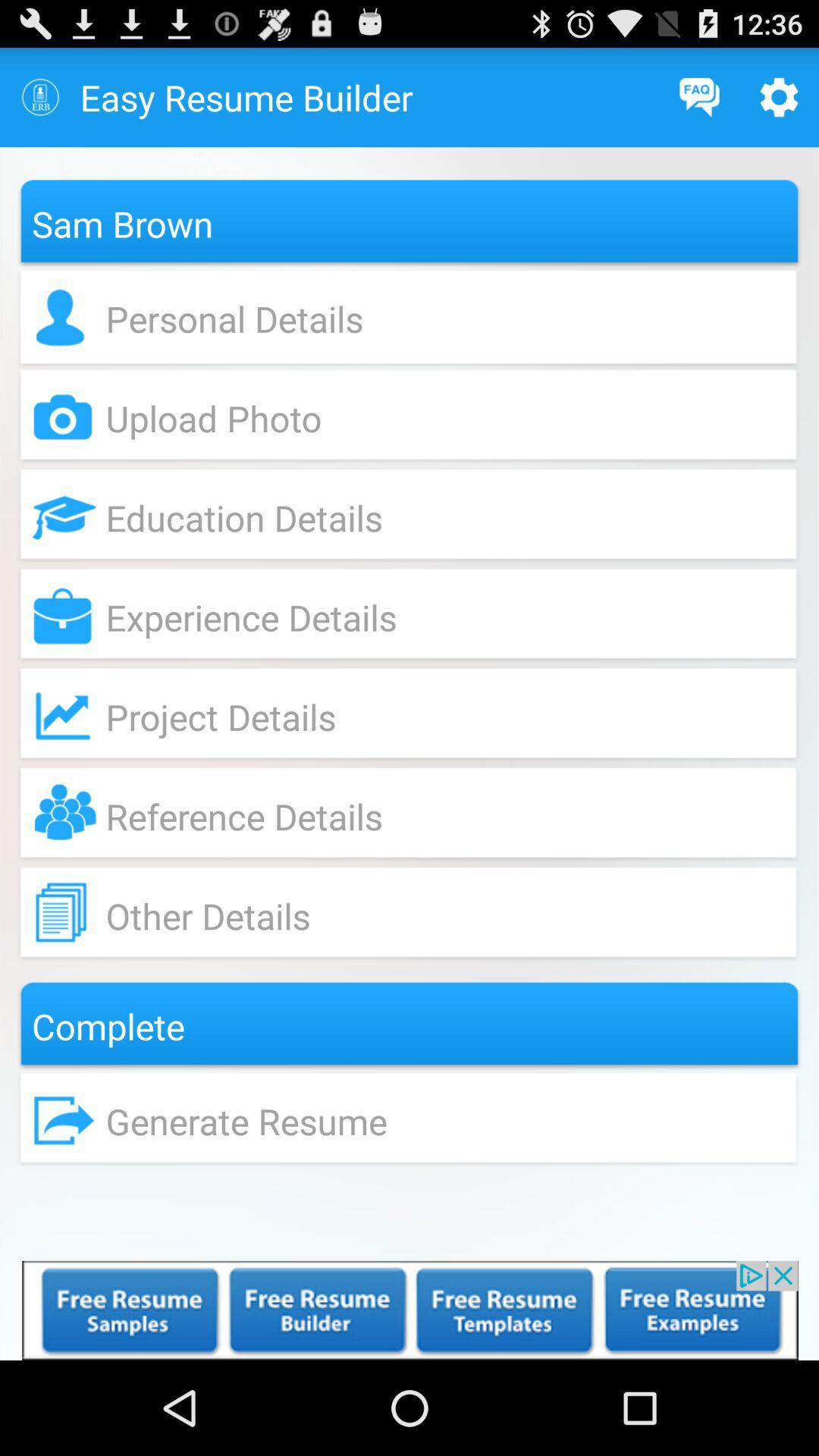 The height and width of the screenshot is (1456, 819). What do you see at coordinates (779, 96) in the screenshot?
I see `configuraes do app` at bounding box center [779, 96].